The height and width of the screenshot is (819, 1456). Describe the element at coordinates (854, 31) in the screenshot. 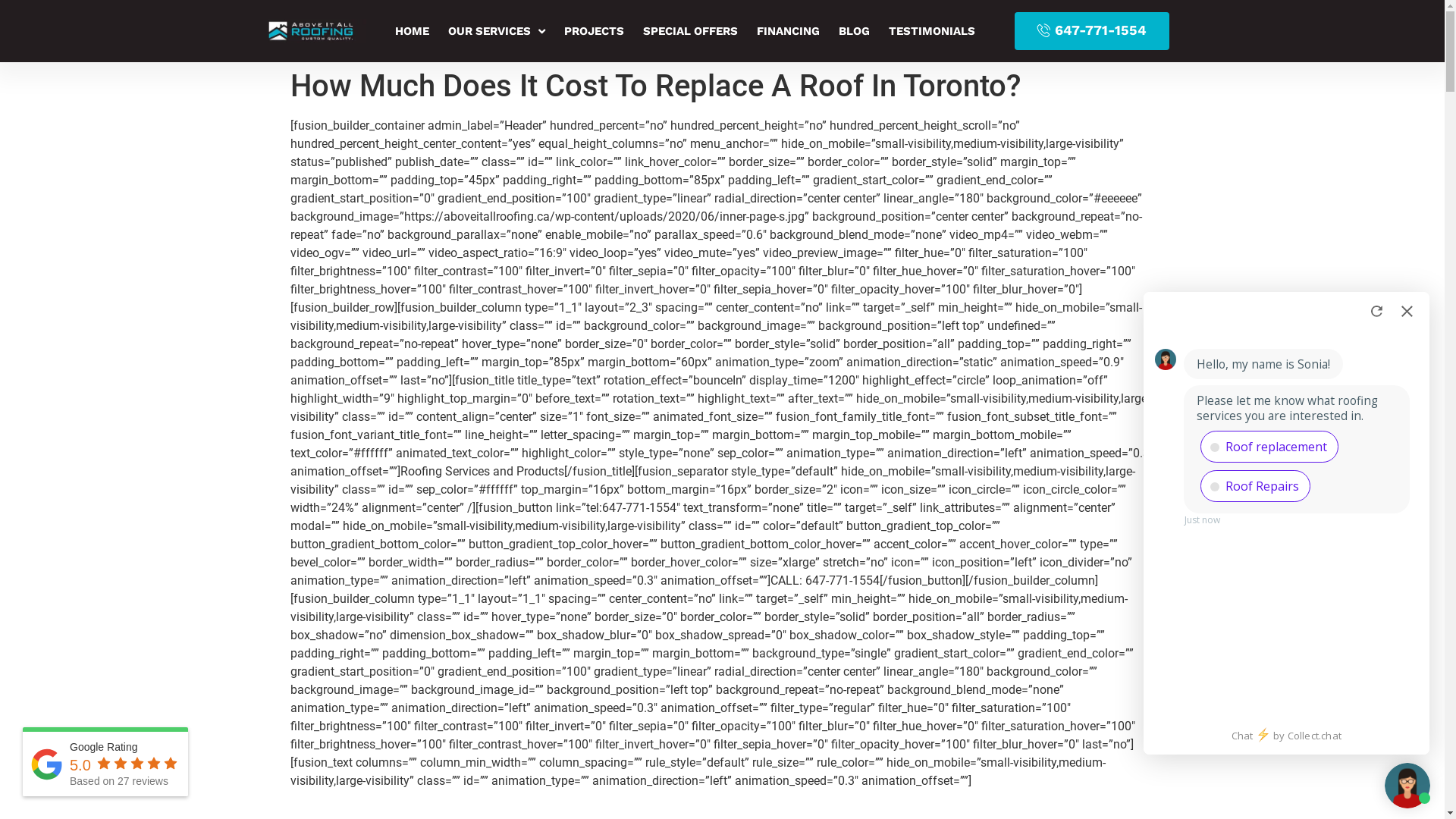

I see `'BLOG'` at that location.